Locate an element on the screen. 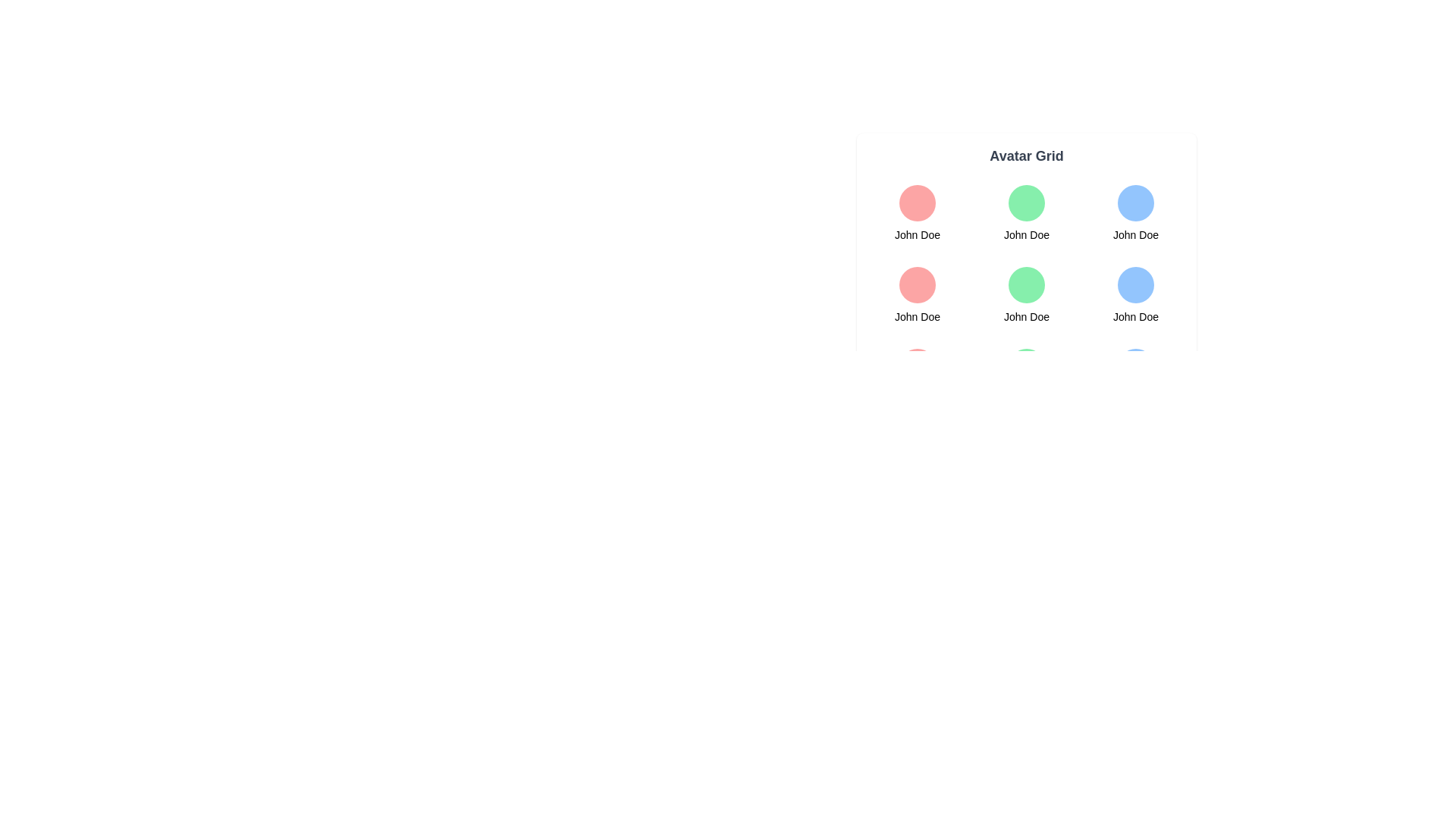  name displayed on the text label associated with the third avatar from the top-right in the layout, positioned below the circular avatar component is located at coordinates (1135, 315).